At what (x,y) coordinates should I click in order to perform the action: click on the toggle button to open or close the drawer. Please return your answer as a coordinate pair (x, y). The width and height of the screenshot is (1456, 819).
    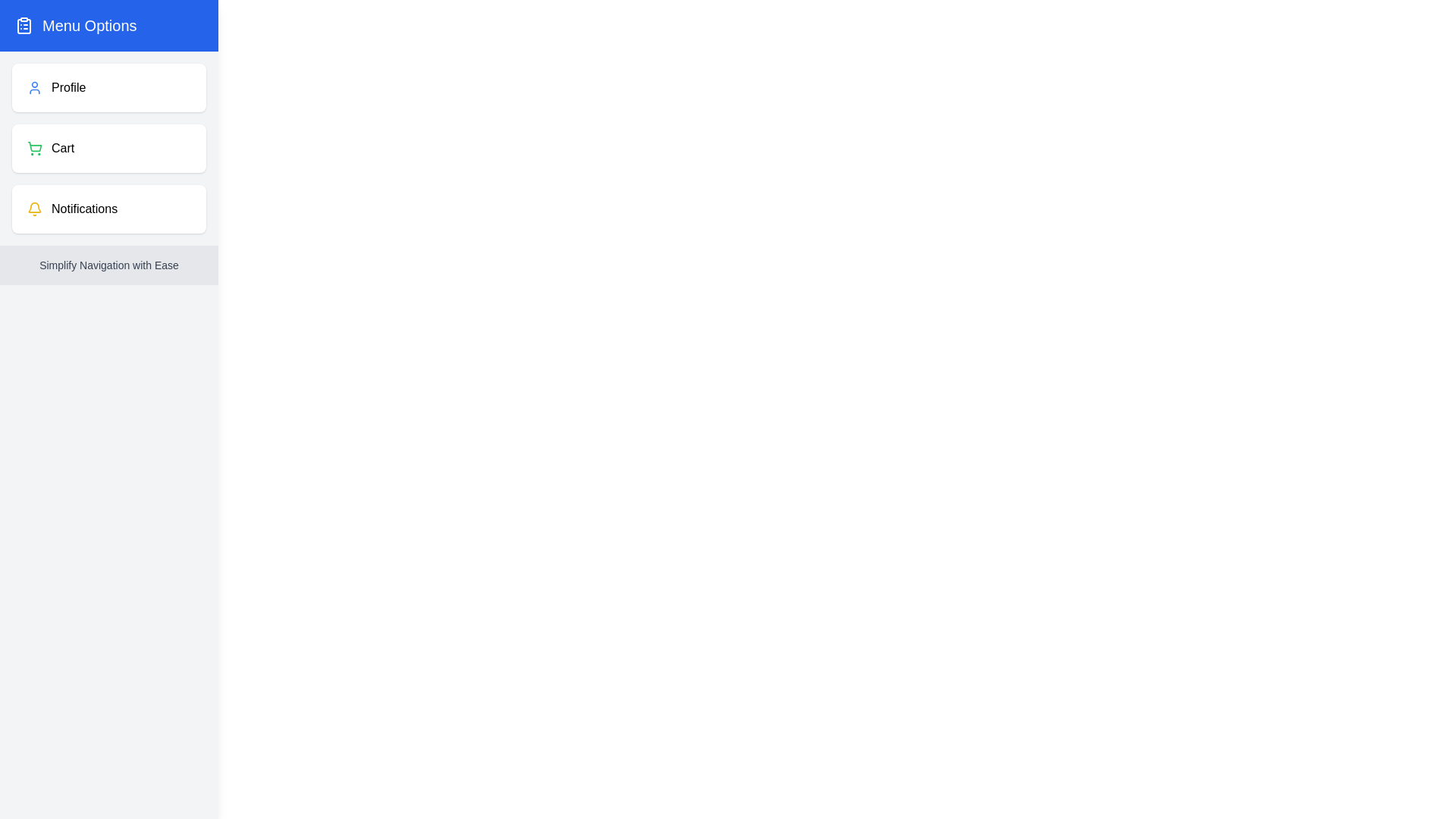
    Looking at the image, I should click on (41, 37).